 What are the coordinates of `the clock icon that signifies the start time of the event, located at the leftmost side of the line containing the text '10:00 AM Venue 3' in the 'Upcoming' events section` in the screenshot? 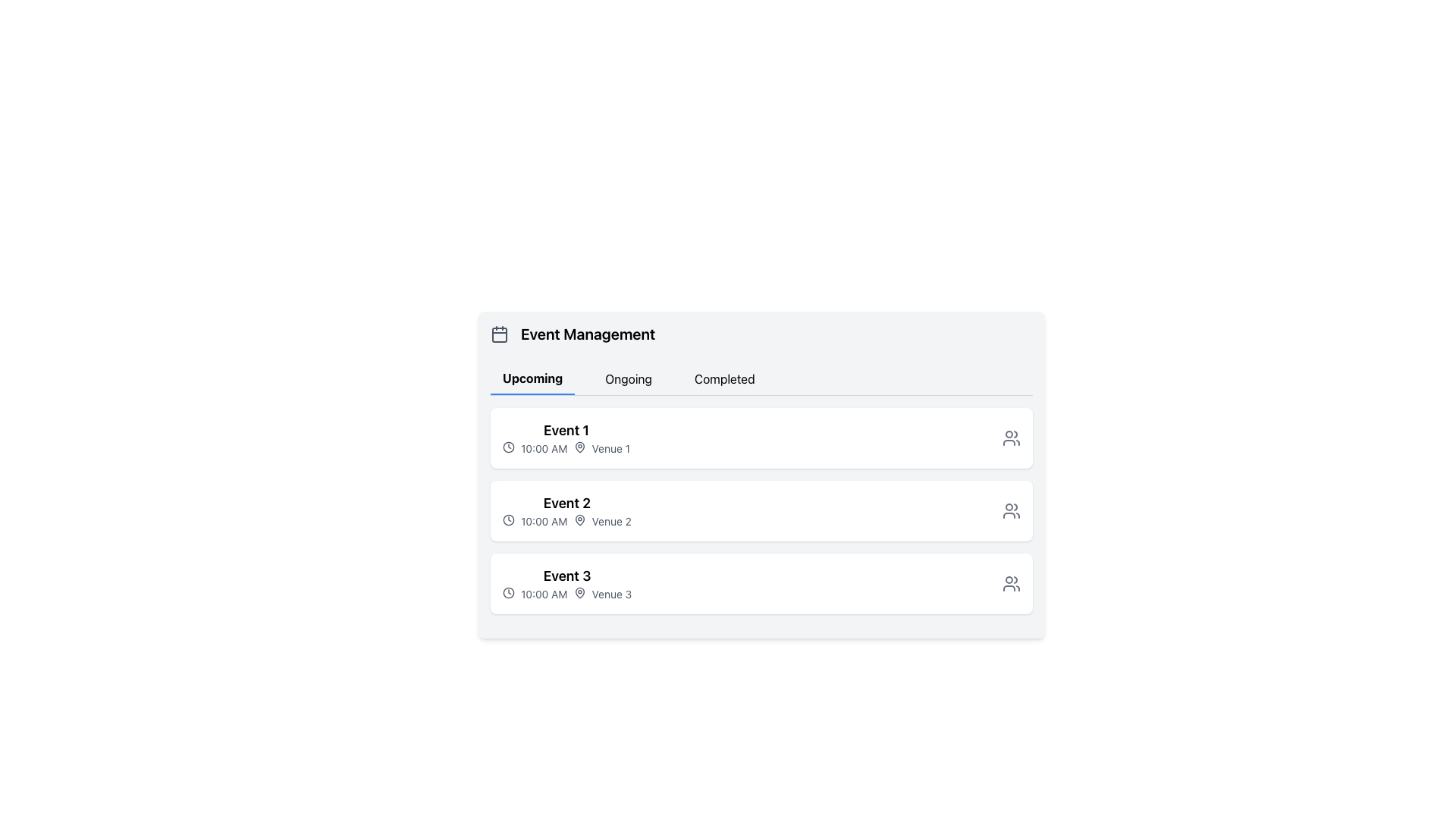 It's located at (509, 592).